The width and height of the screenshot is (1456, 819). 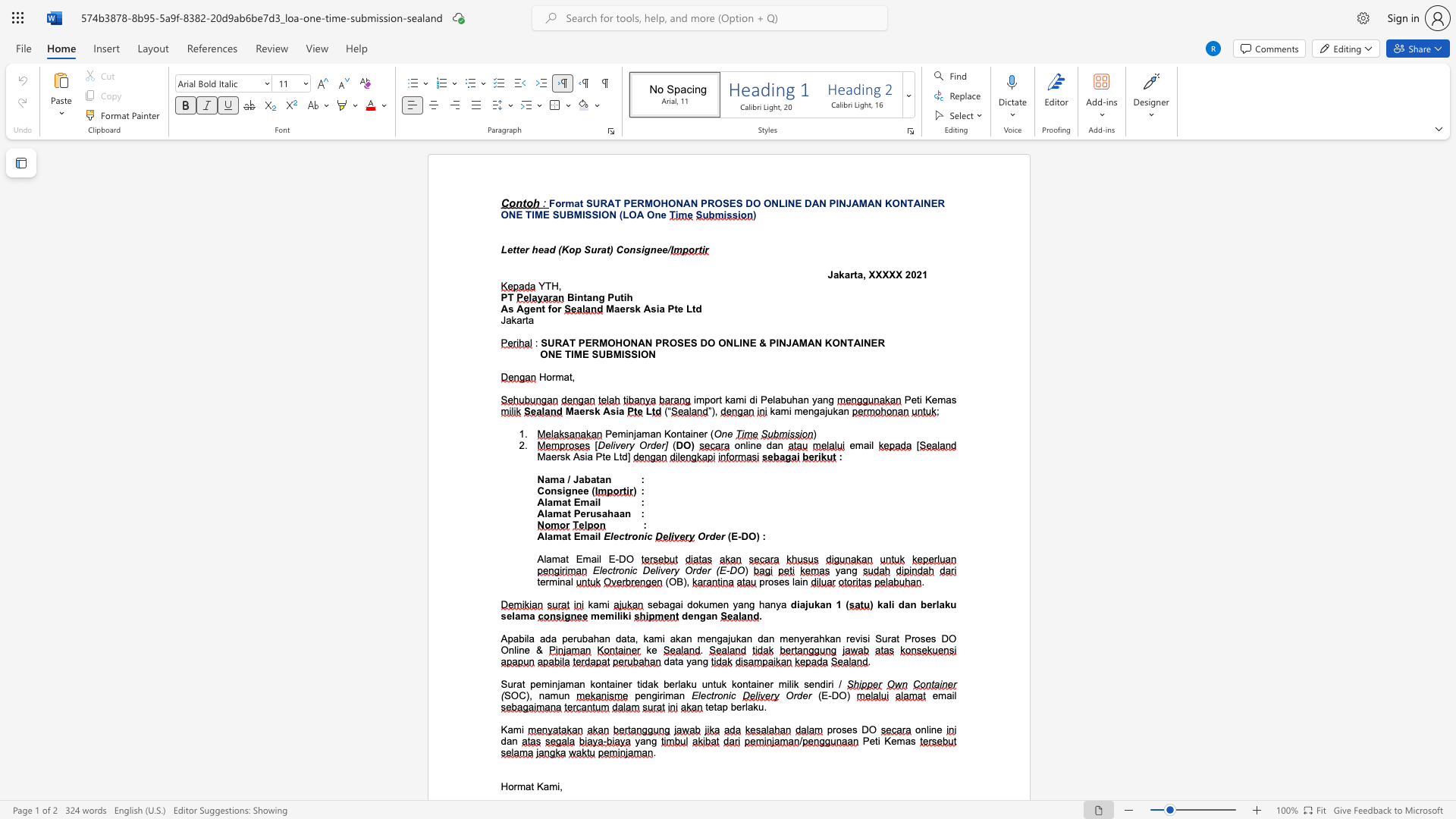 I want to click on the subset text "ha" within the text "Alamat Perusahaan", so click(x=607, y=513).